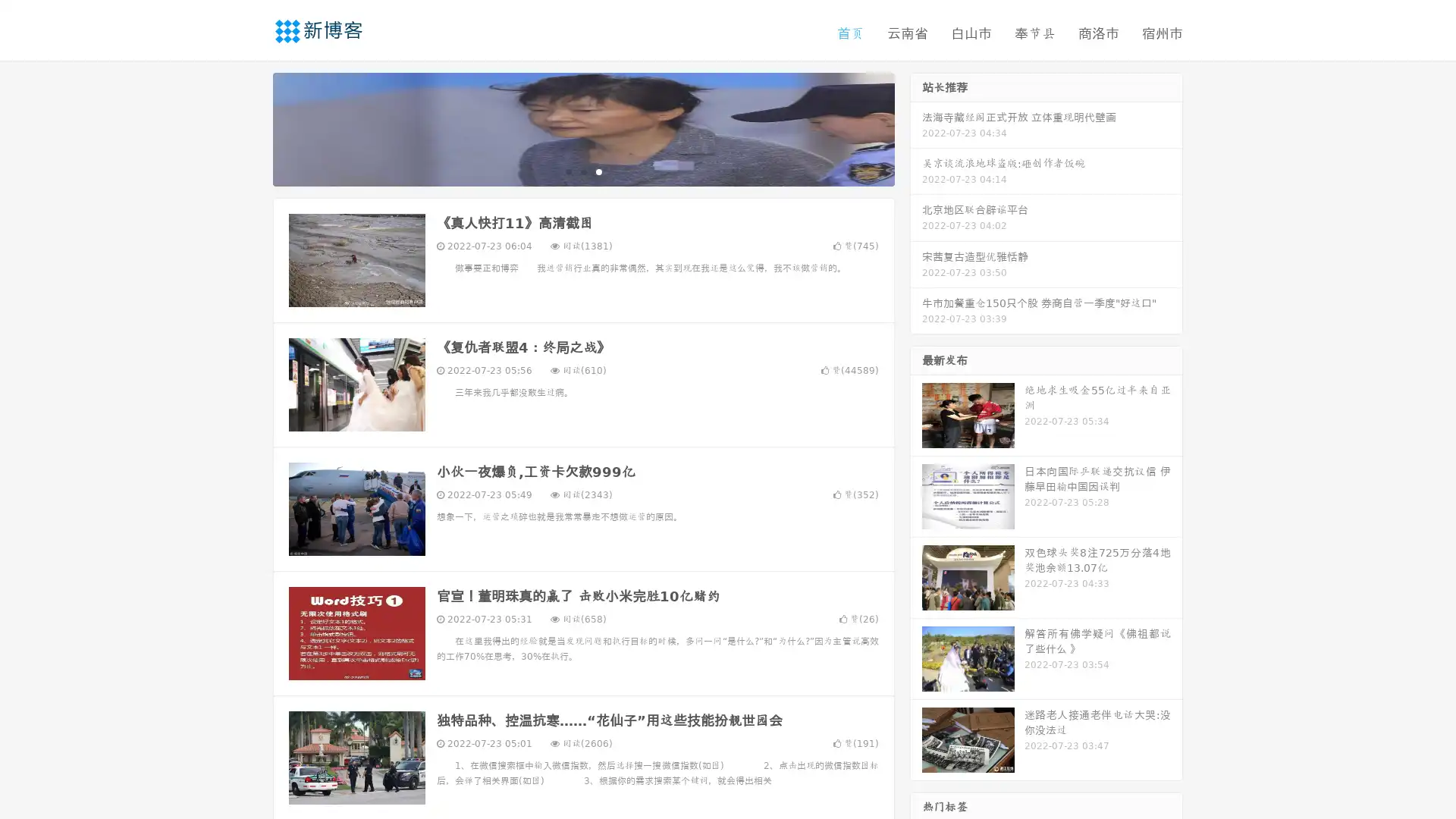 The image size is (1456, 819). What do you see at coordinates (916, 127) in the screenshot?
I see `Next slide` at bounding box center [916, 127].